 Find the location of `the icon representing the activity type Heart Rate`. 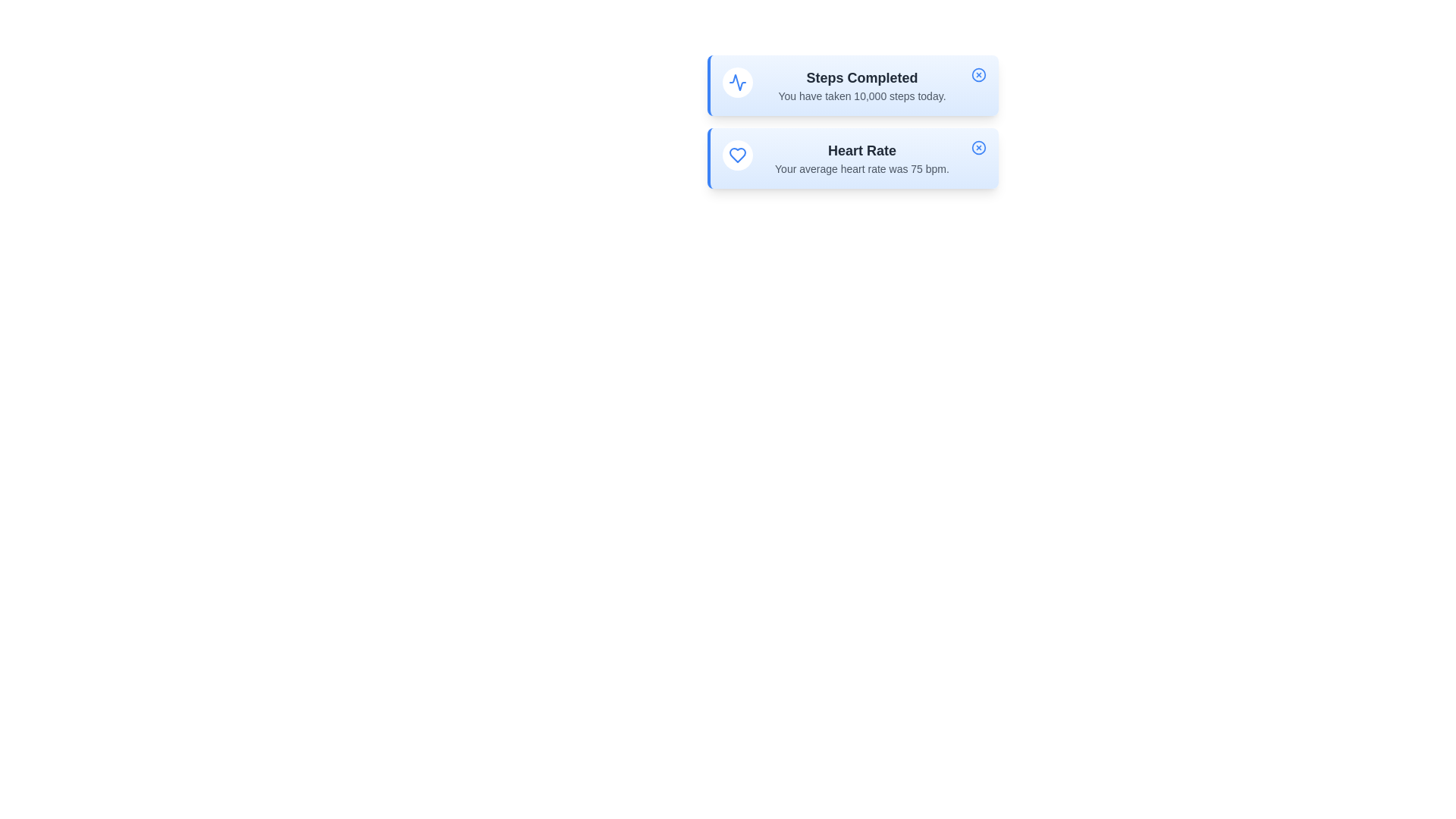

the icon representing the activity type Heart Rate is located at coordinates (738, 155).